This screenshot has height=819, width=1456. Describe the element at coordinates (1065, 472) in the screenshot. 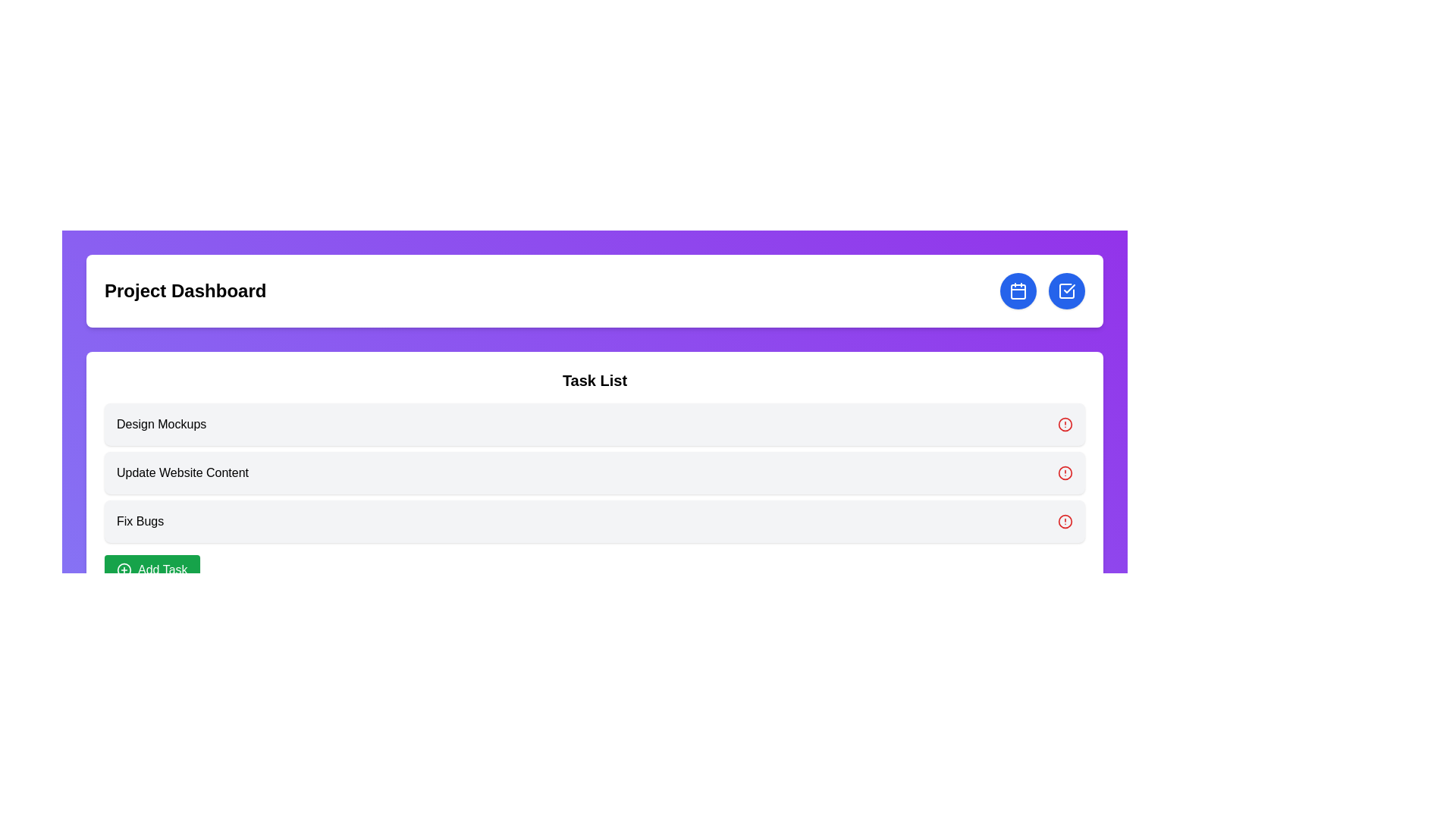

I see `the second icon in the 'Update Website Content' entry of the task list` at that location.